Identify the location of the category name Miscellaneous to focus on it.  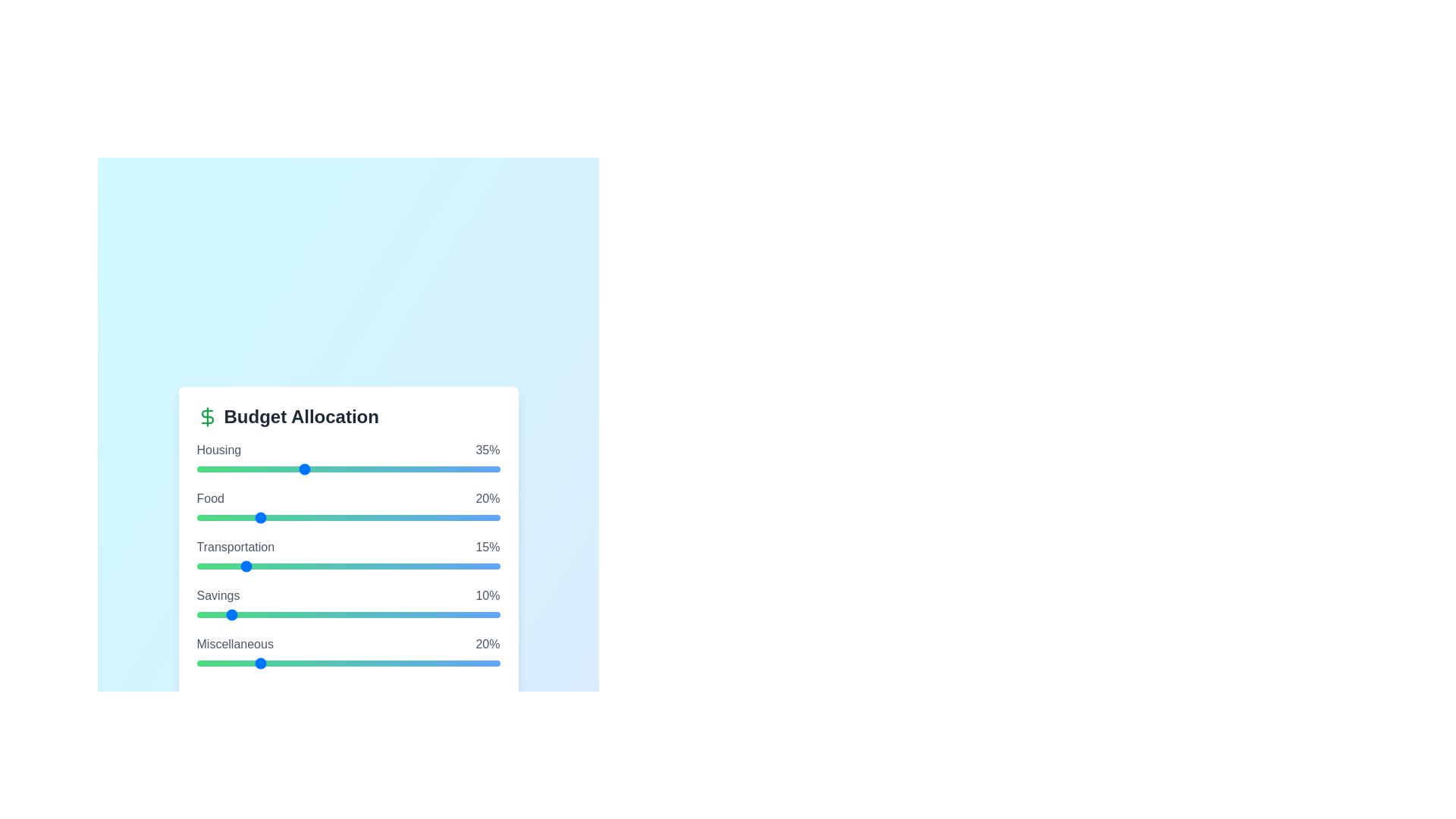
(234, 644).